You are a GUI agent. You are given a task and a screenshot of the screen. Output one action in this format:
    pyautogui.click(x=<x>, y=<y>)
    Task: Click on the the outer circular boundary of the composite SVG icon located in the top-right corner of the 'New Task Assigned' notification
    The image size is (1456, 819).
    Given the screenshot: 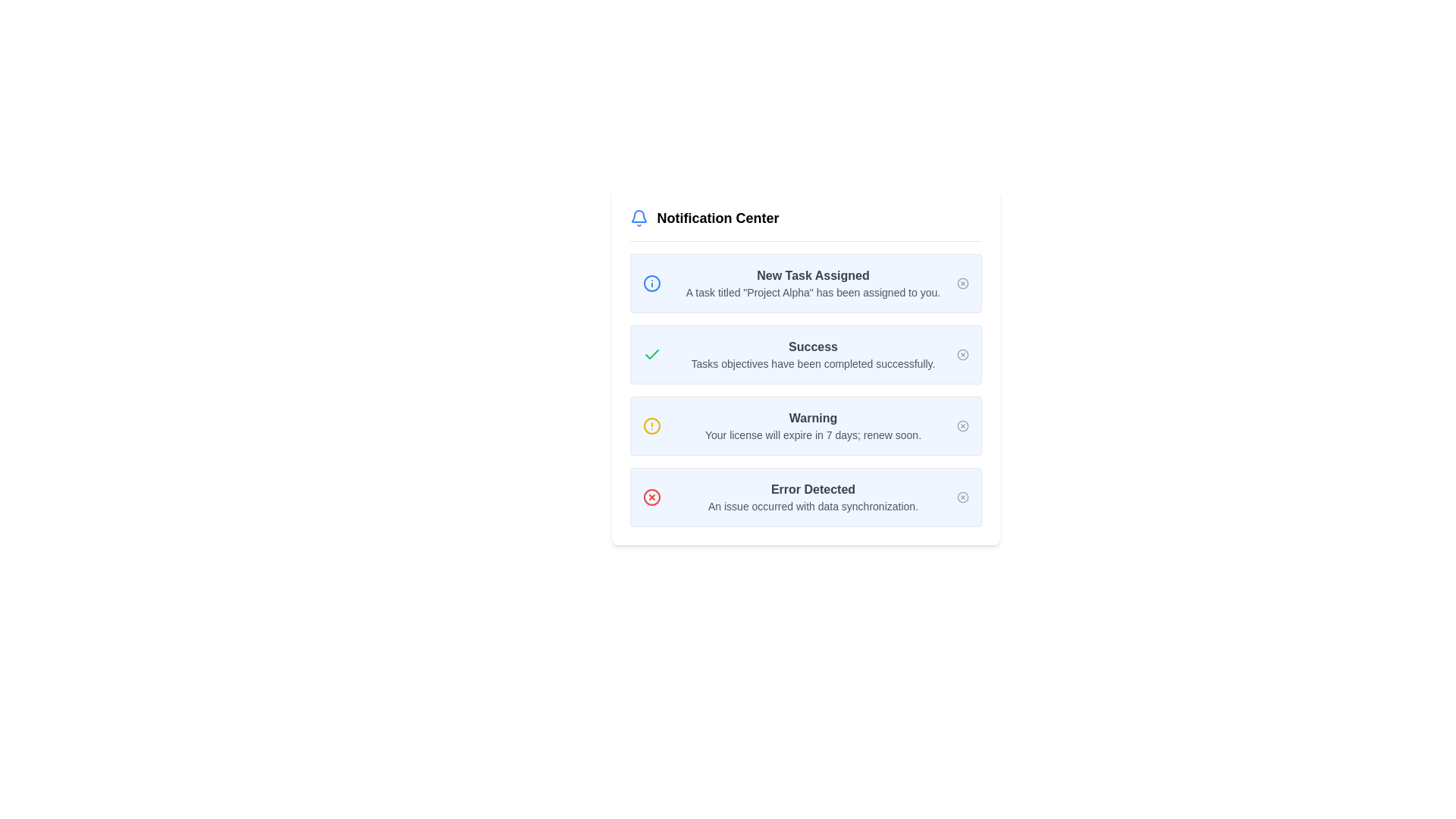 What is the action you would take?
    pyautogui.click(x=962, y=284)
    